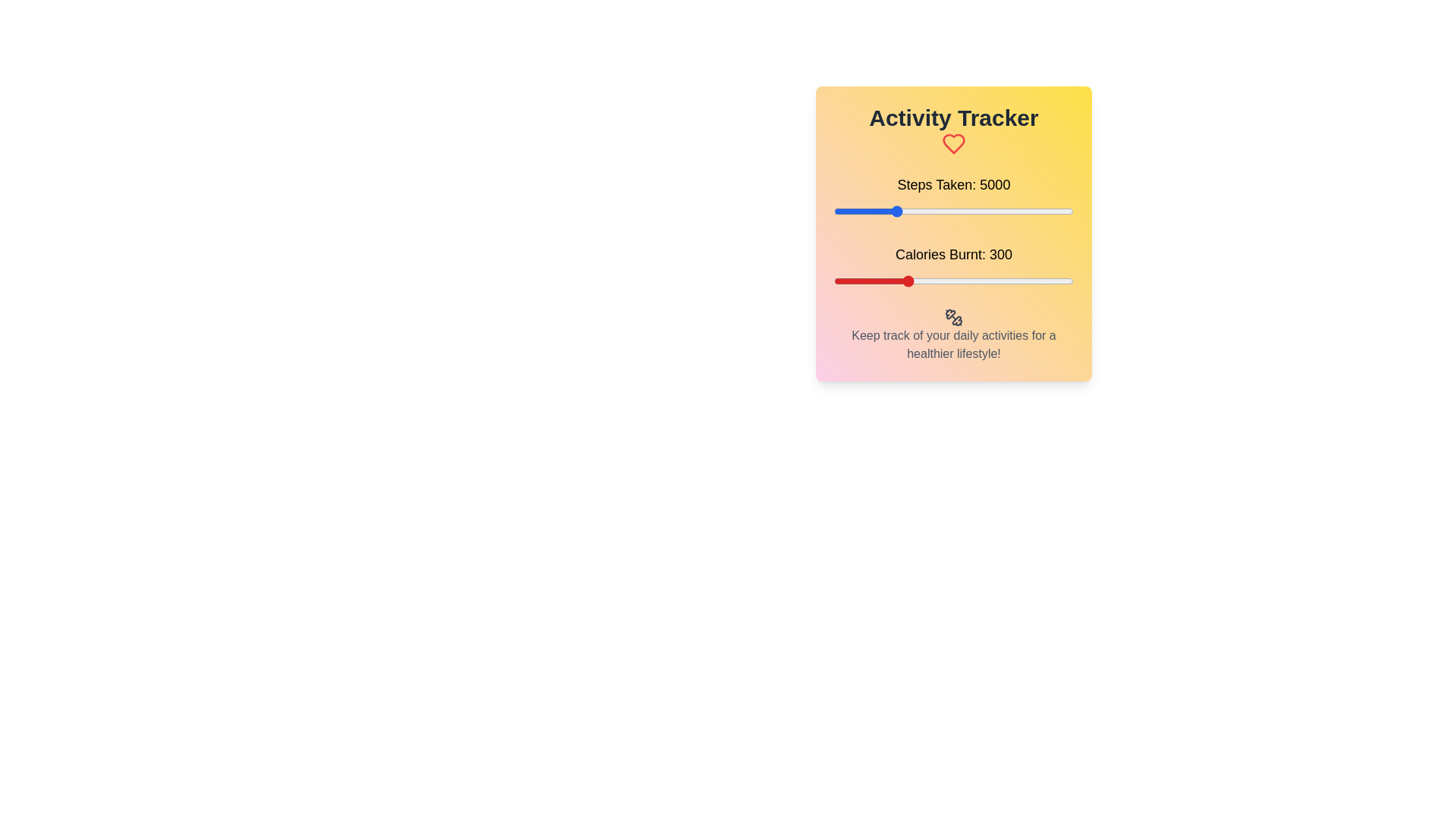  Describe the element at coordinates (952, 231) in the screenshot. I see `the progress bars of the informational display which shows 'Steps Taken: 5000' and 'Calories Burnt: 300' to evaluate progress` at that location.